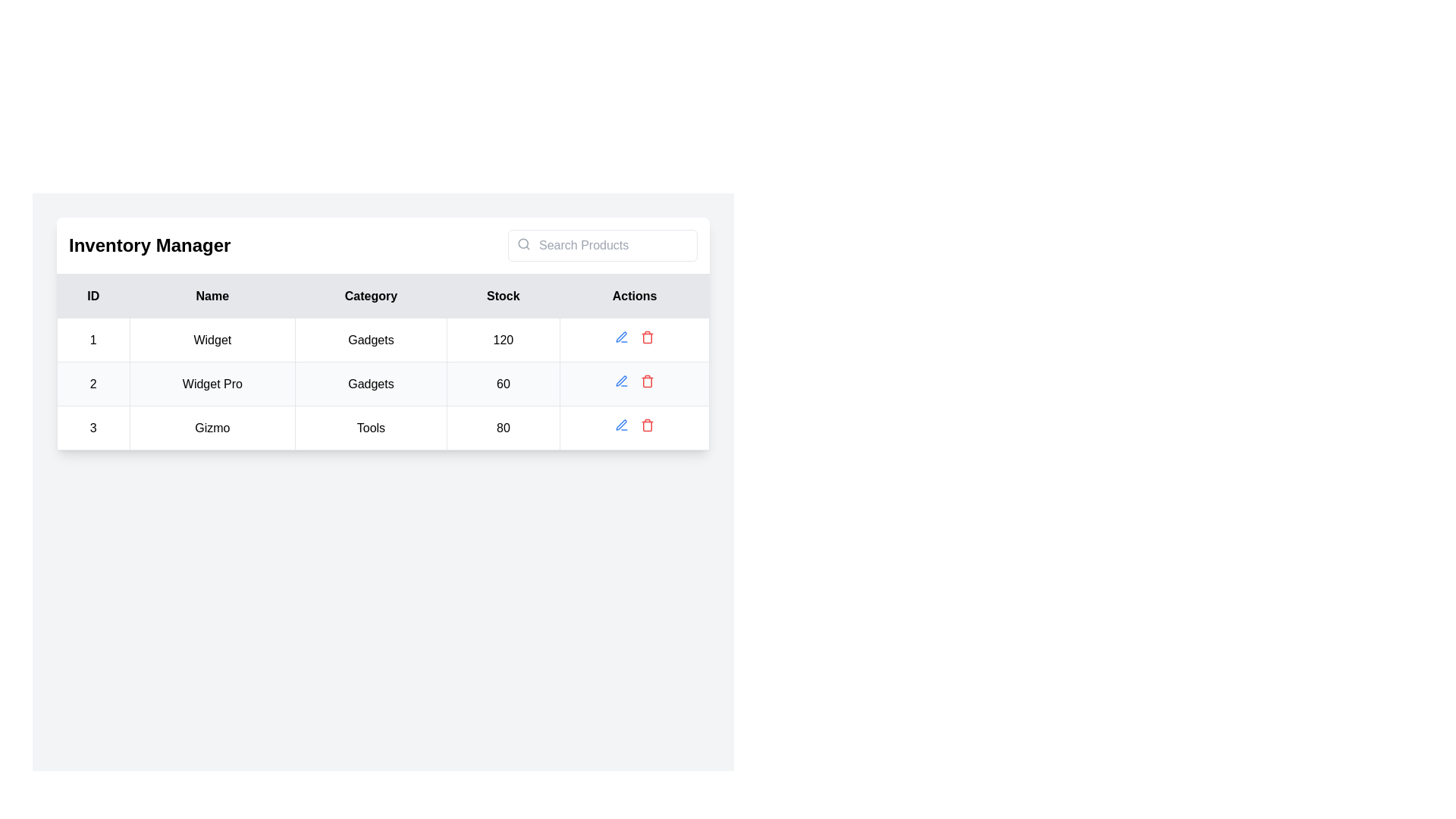 The height and width of the screenshot is (819, 1456). Describe the element at coordinates (212, 296) in the screenshot. I see `the 'Name' text label, which is a rectangular element with bold black text on a light gray background, positioned between the 'ID' and 'Category' headers` at that location.